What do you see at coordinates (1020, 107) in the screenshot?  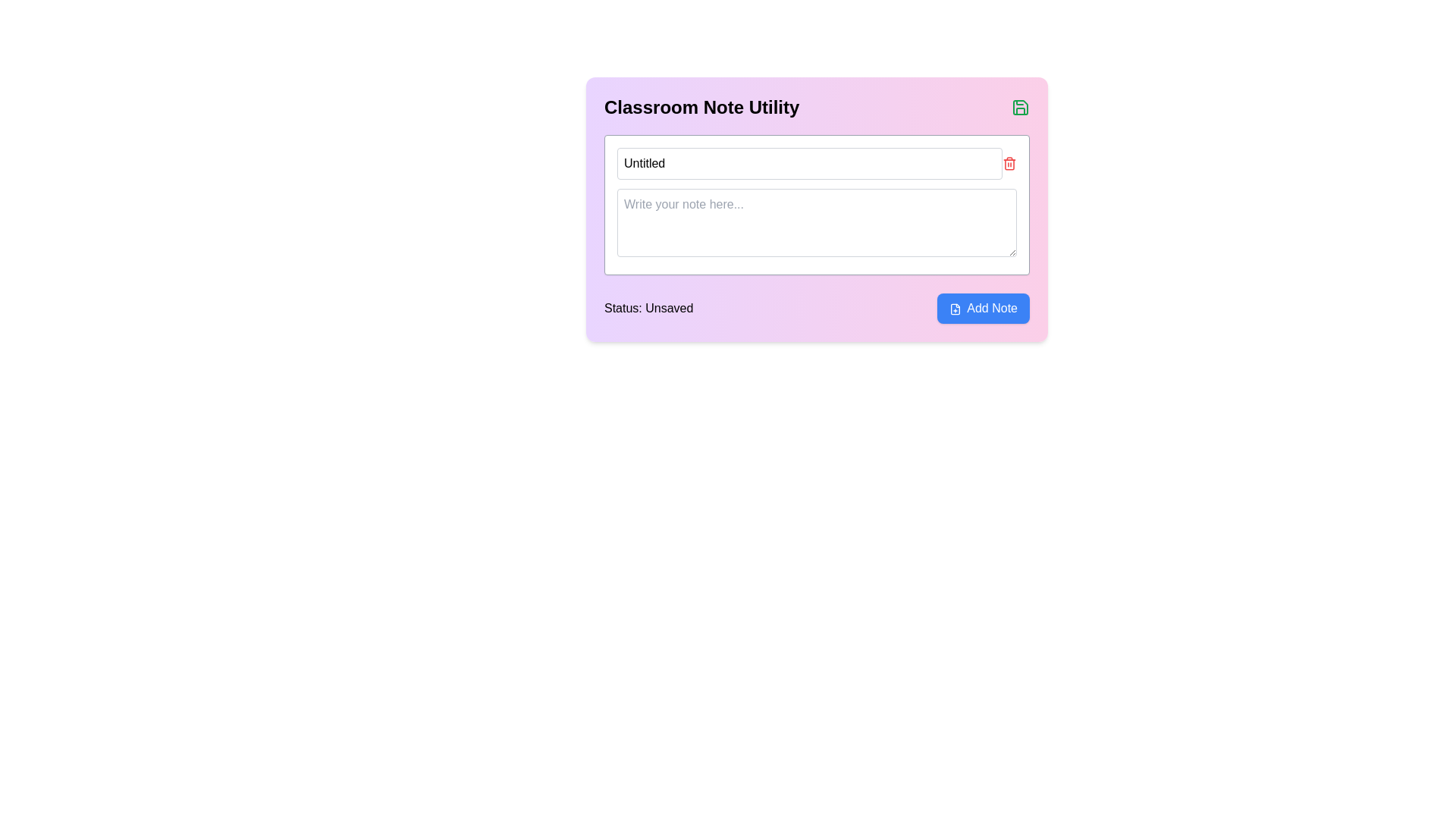 I see `the save icon located in the top right corner of the 'Classroom Note Utility' card` at bounding box center [1020, 107].